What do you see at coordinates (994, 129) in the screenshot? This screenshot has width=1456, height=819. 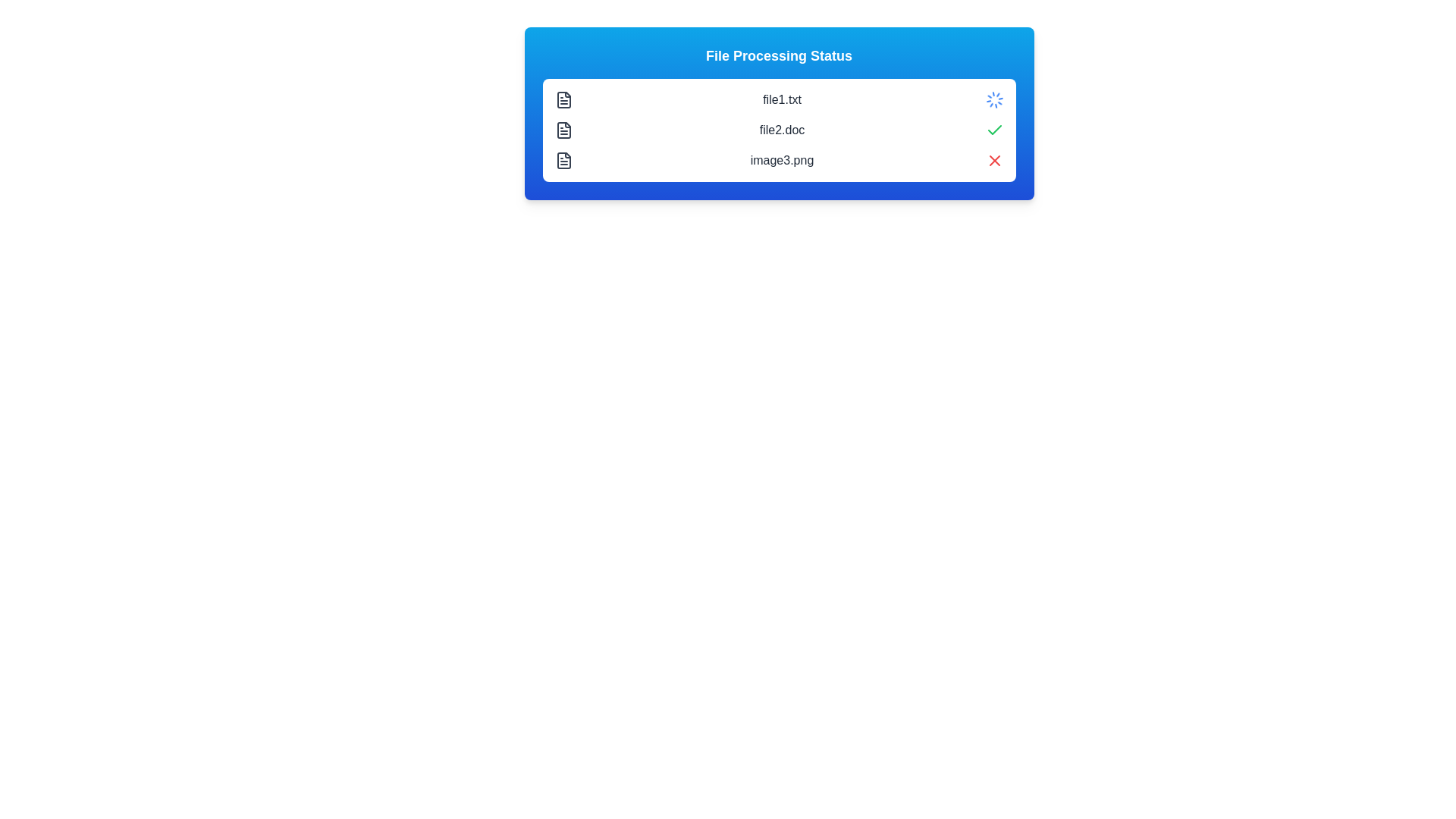 I see `the green checkmark icon indicating a completed status, located in the 'File Processing Status' component` at bounding box center [994, 129].